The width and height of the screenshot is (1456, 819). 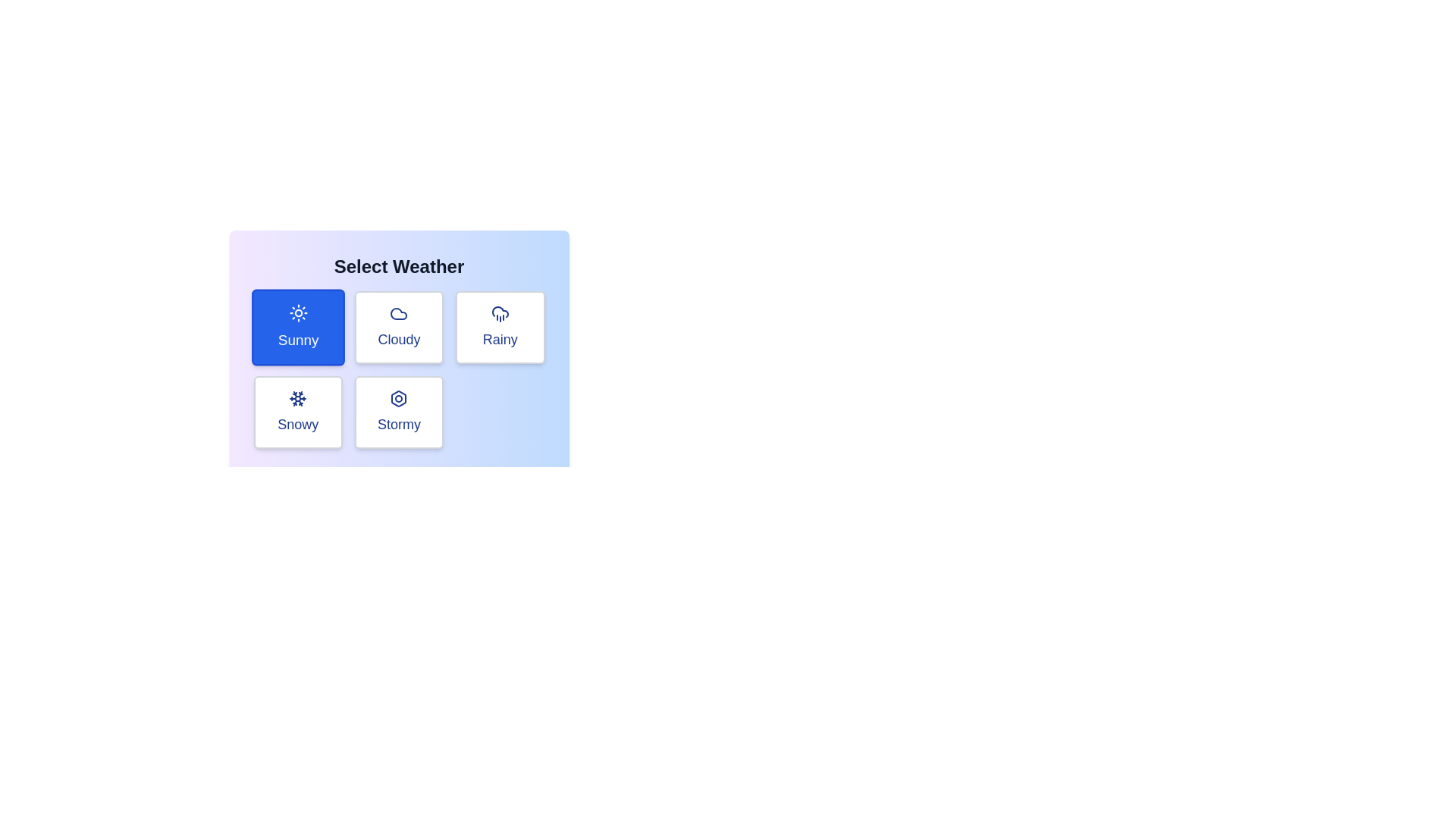 I want to click on the 'Sunny' weather icon located in the top-left section of the selectable weather options grid, so click(x=298, y=312).